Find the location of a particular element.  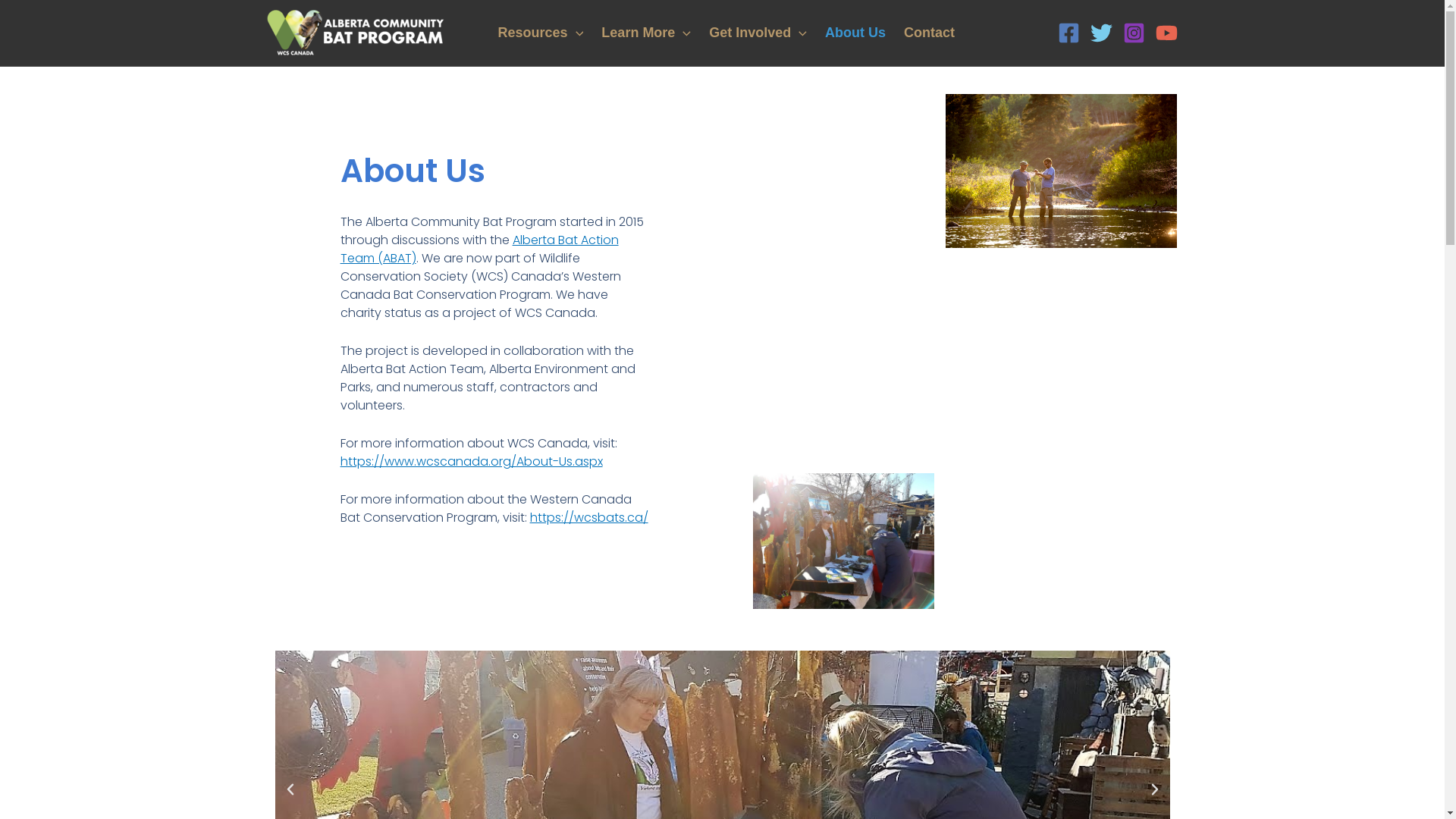

'https://www.wcscanada.org/About-Us.aspx' is located at coordinates (471, 460).